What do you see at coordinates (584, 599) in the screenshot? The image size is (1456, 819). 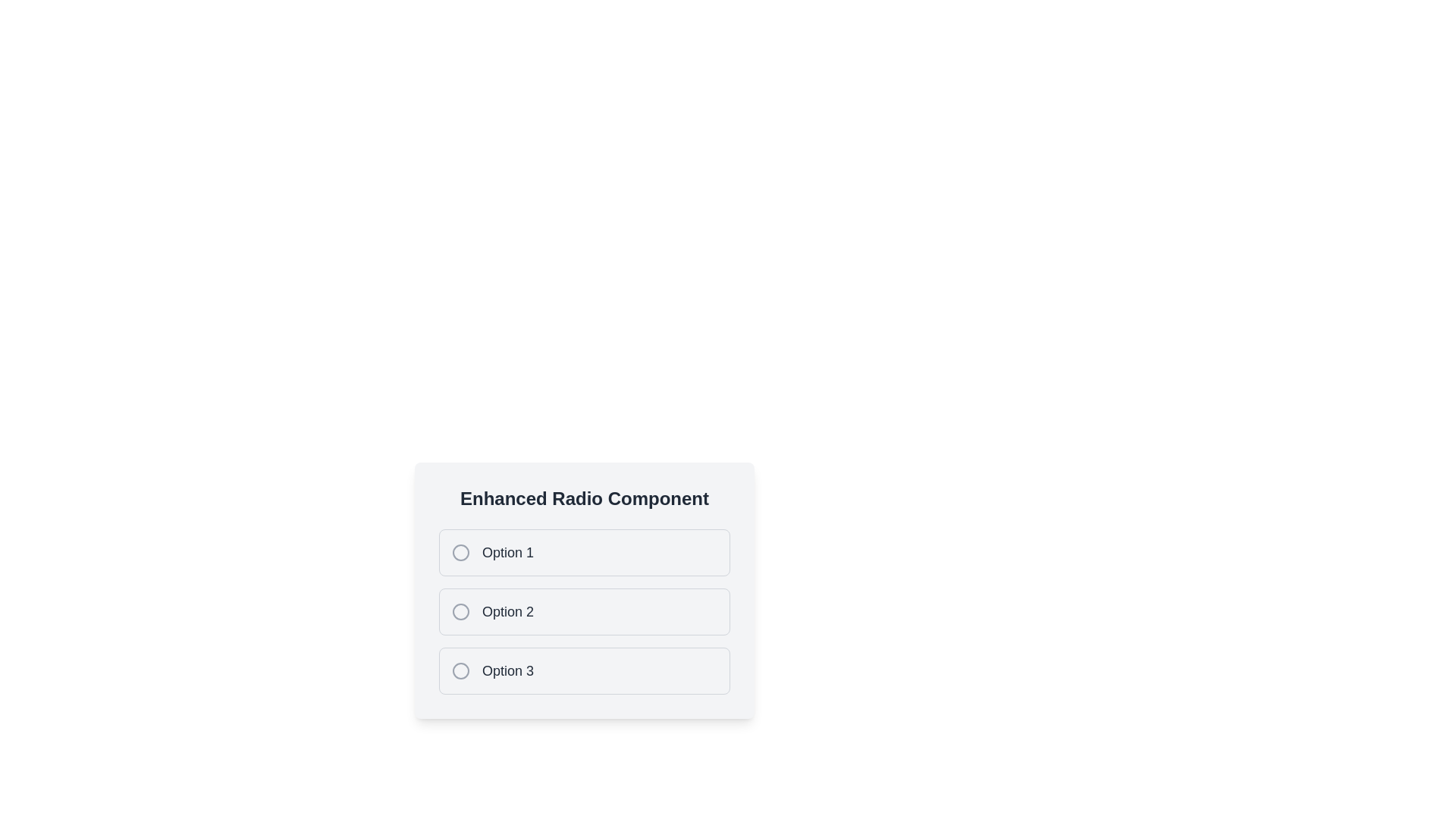 I see `the interactive radio option labeled 'Option 2', which features a circular radio button and is styled with a light gray border and rounded corners` at bounding box center [584, 599].